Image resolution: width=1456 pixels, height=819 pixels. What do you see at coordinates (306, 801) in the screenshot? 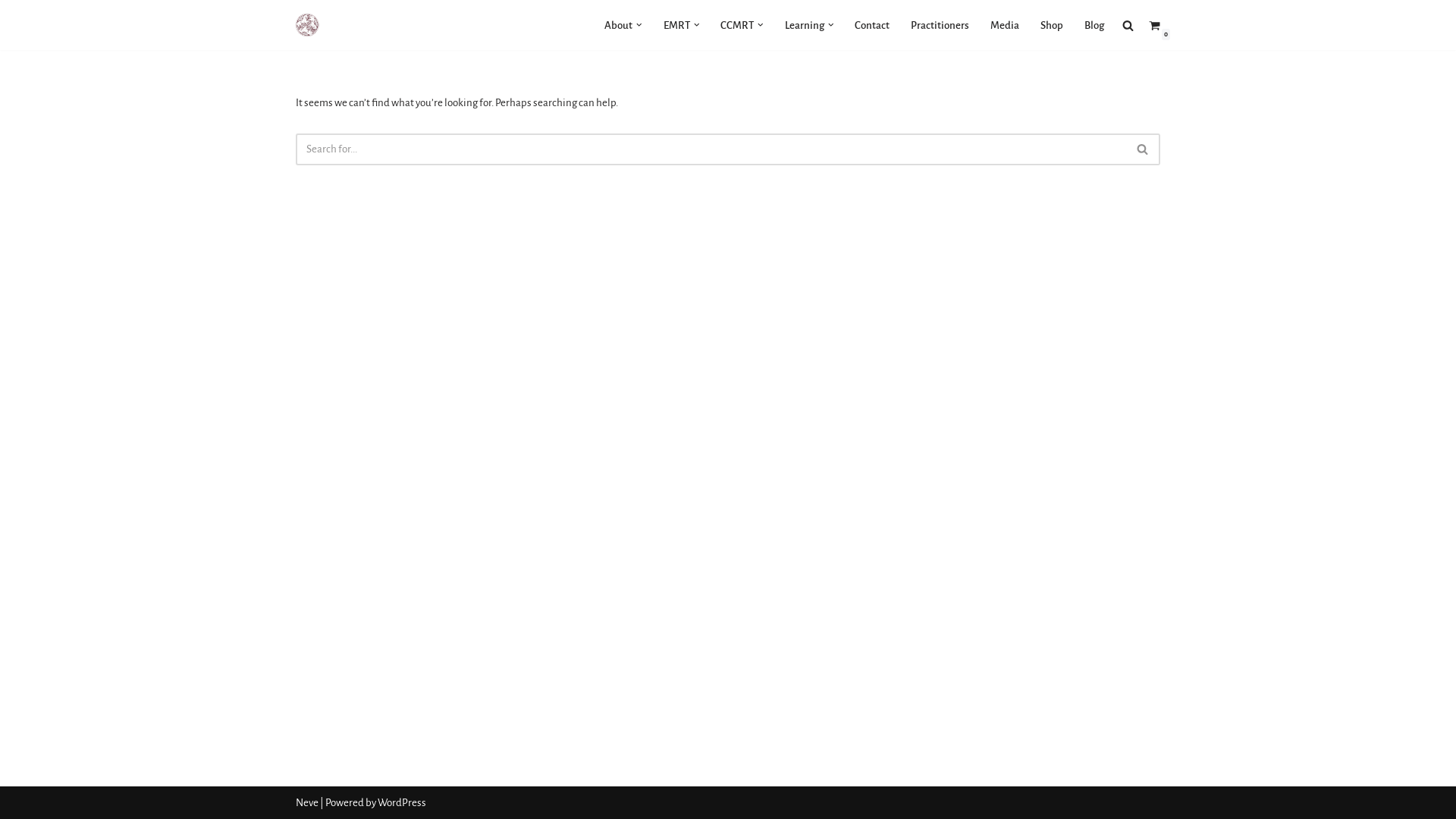
I see `'Neve'` at bounding box center [306, 801].